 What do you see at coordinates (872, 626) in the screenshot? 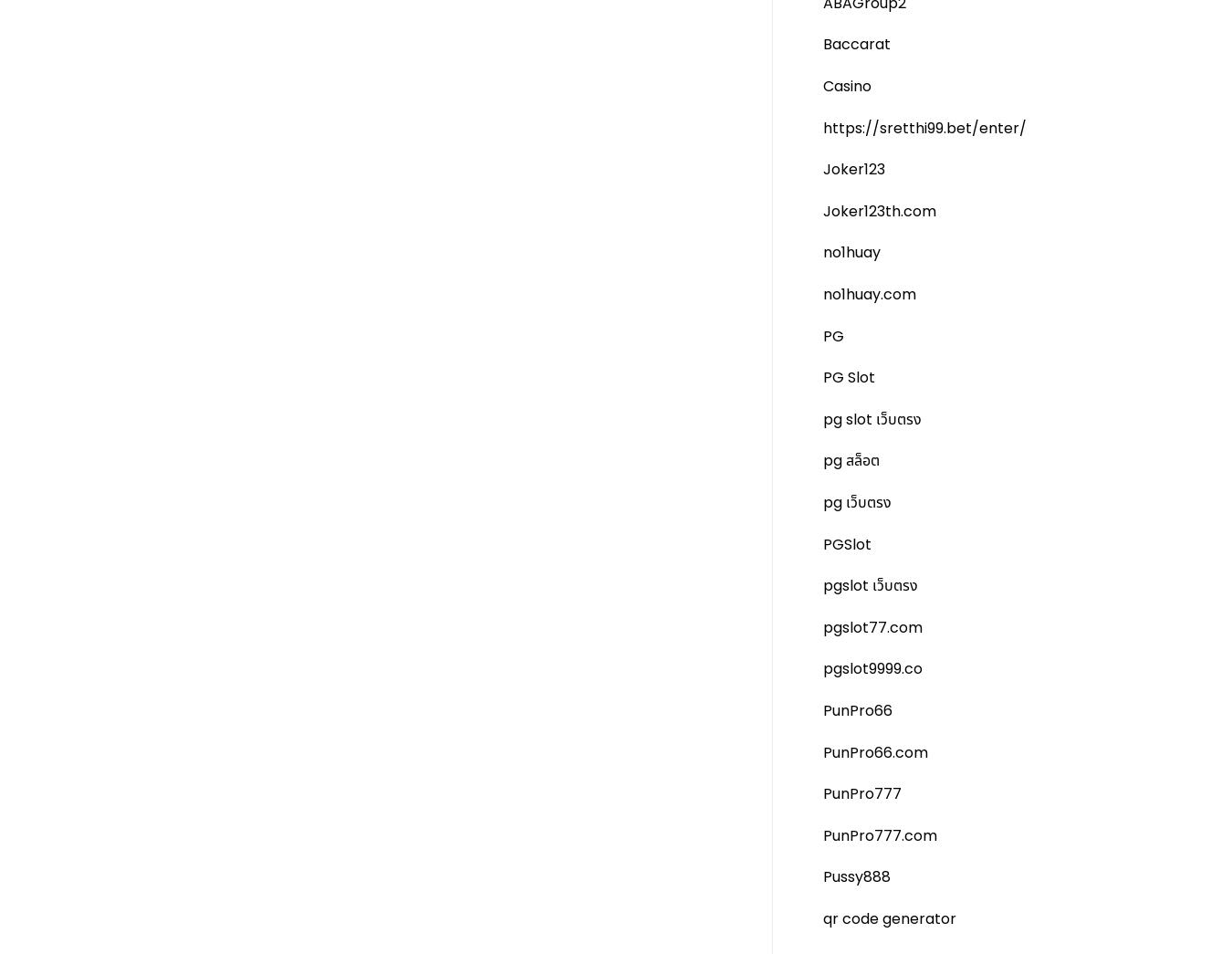
I see `'pgslot77.com'` at bounding box center [872, 626].